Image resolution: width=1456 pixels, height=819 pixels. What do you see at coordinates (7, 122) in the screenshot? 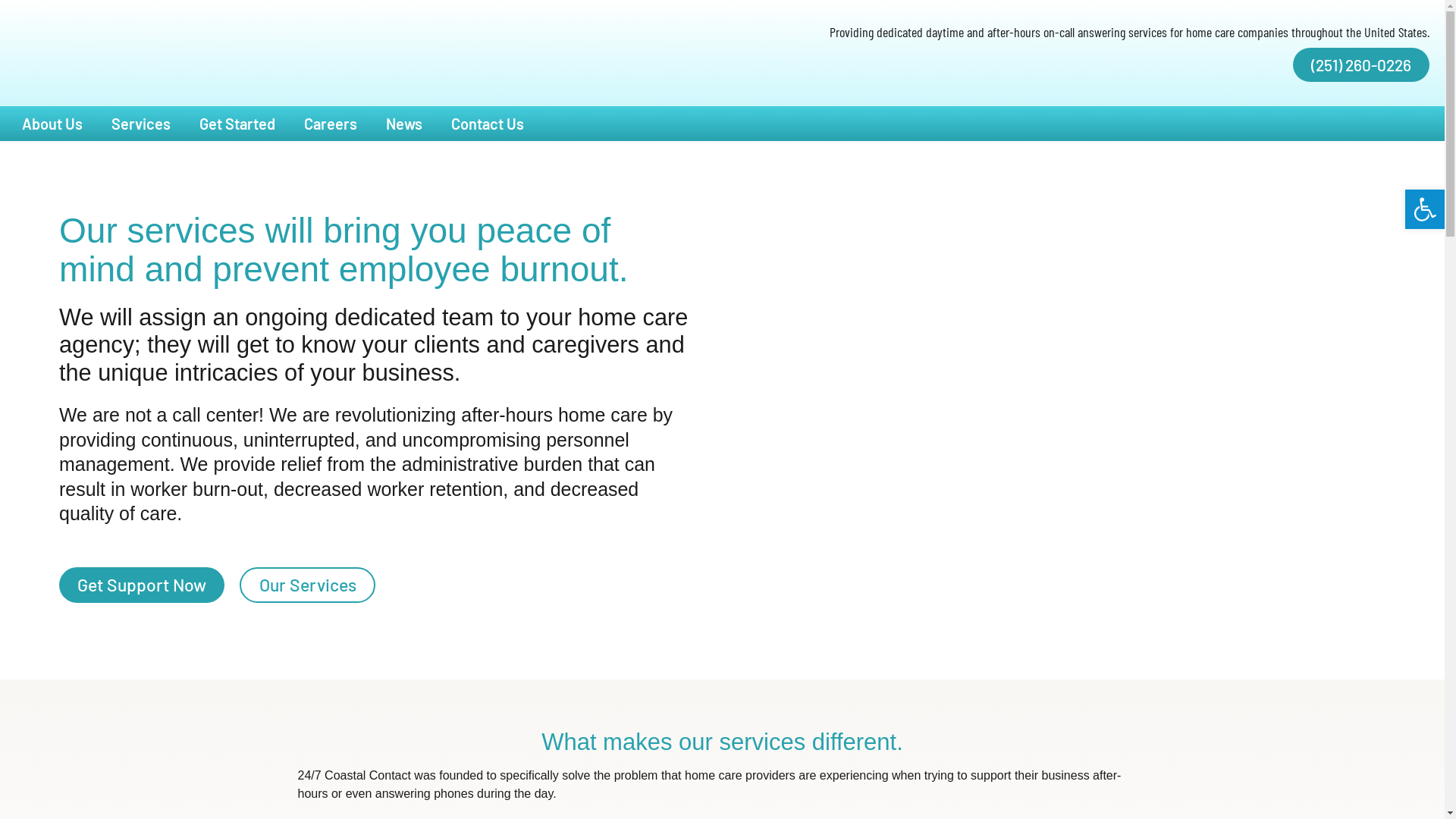
I see `'About Us'` at bounding box center [7, 122].